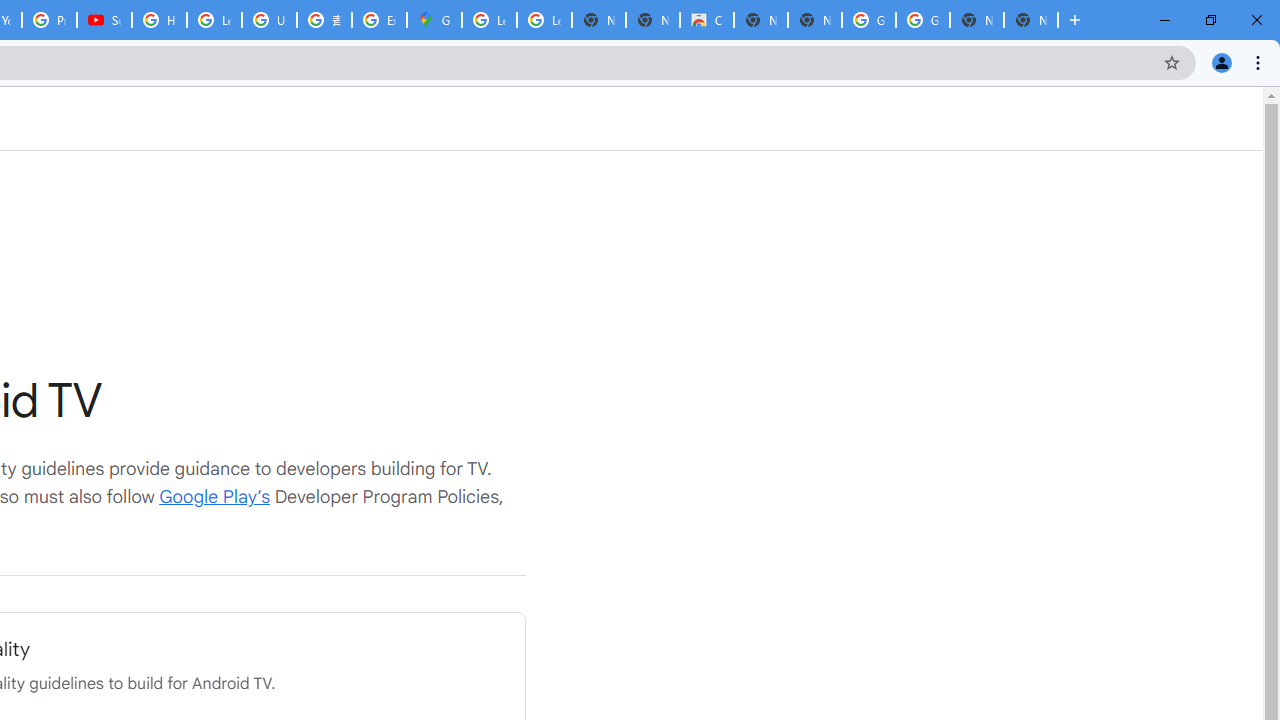  Describe the element at coordinates (921, 20) in the screenshot. I see `'Google Images'` at that location.